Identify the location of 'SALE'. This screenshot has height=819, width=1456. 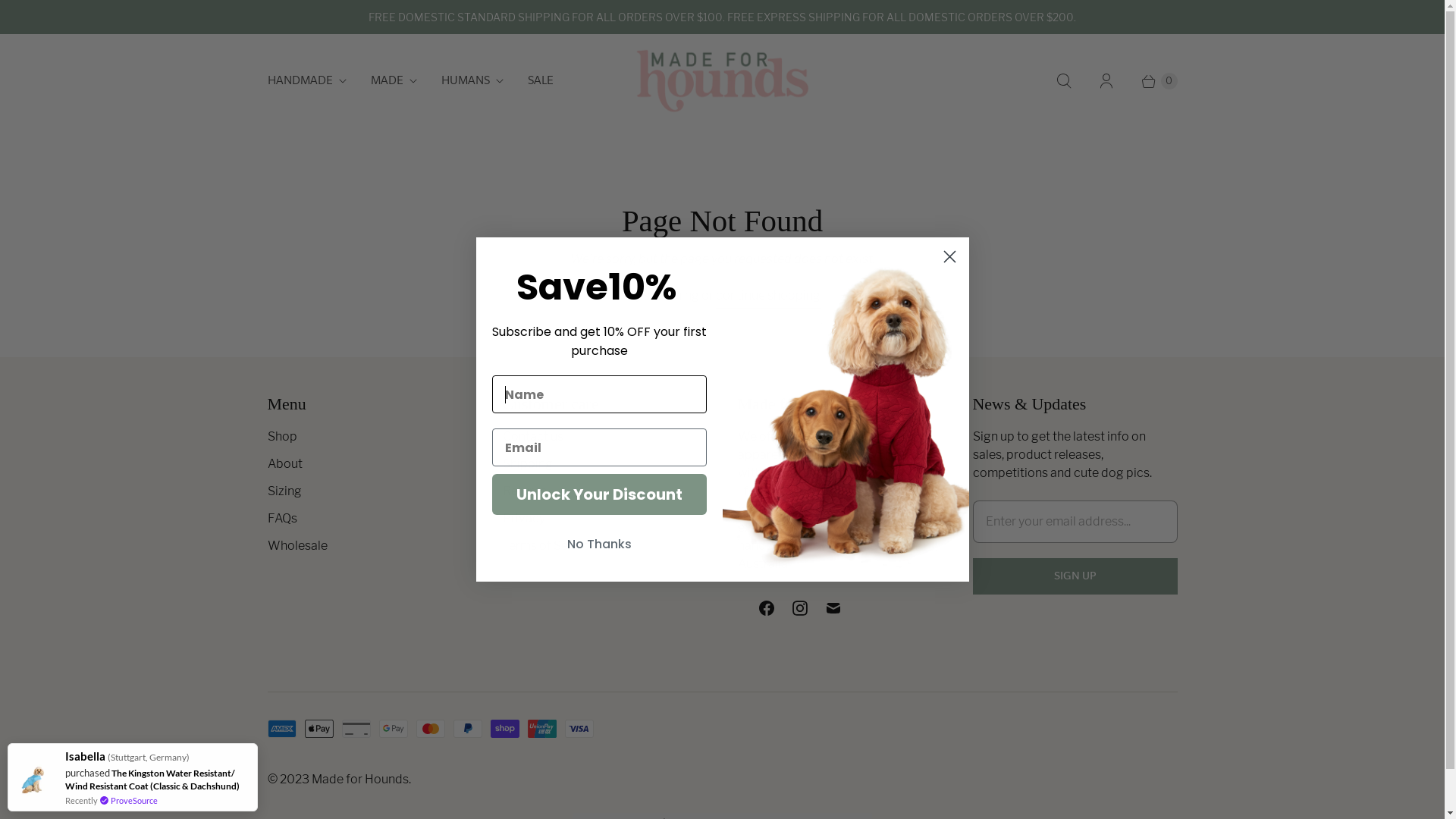
(541, 81).